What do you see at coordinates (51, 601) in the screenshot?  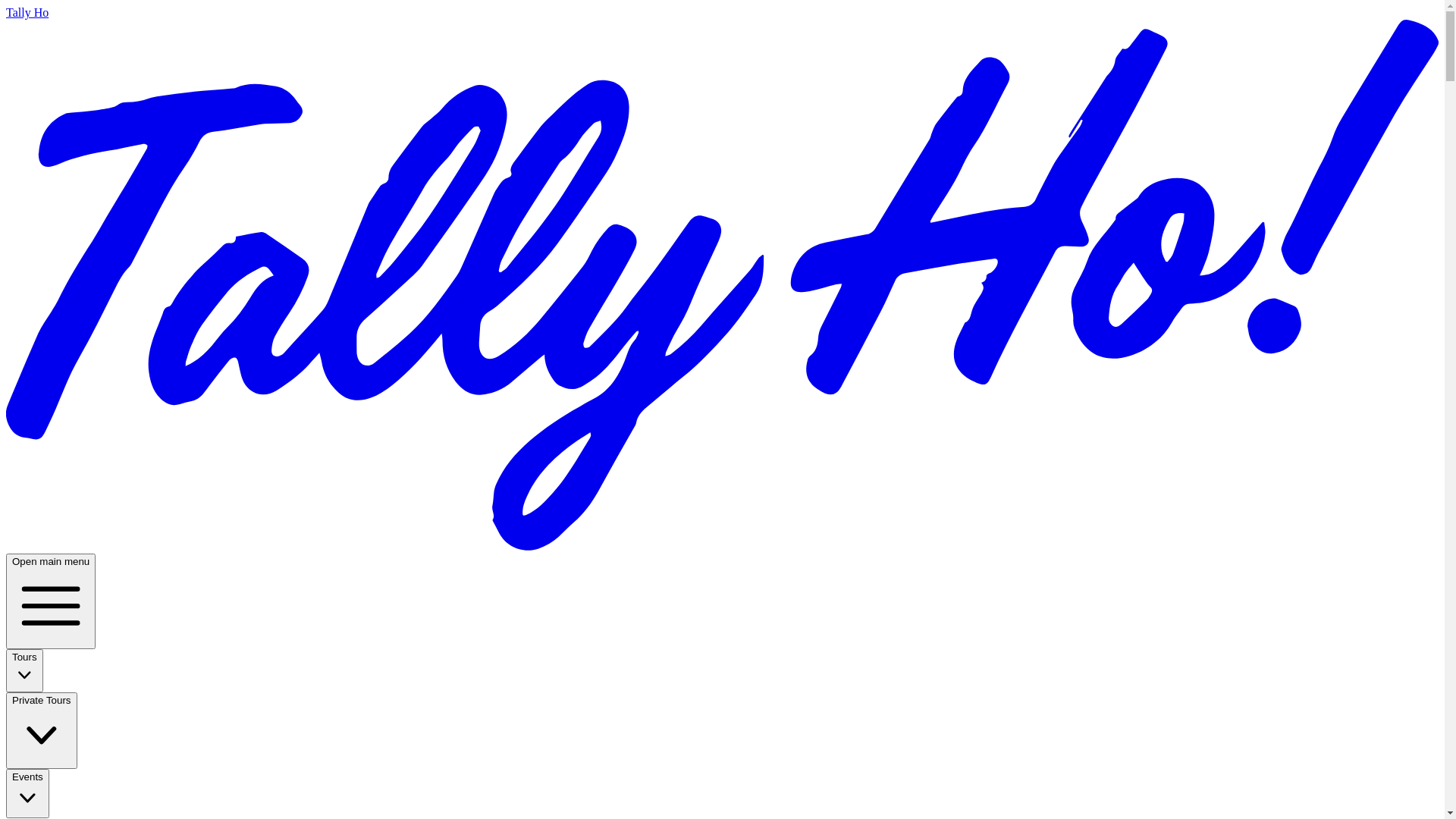 I see `'Open main menu'` at bounding box center [51, 601].